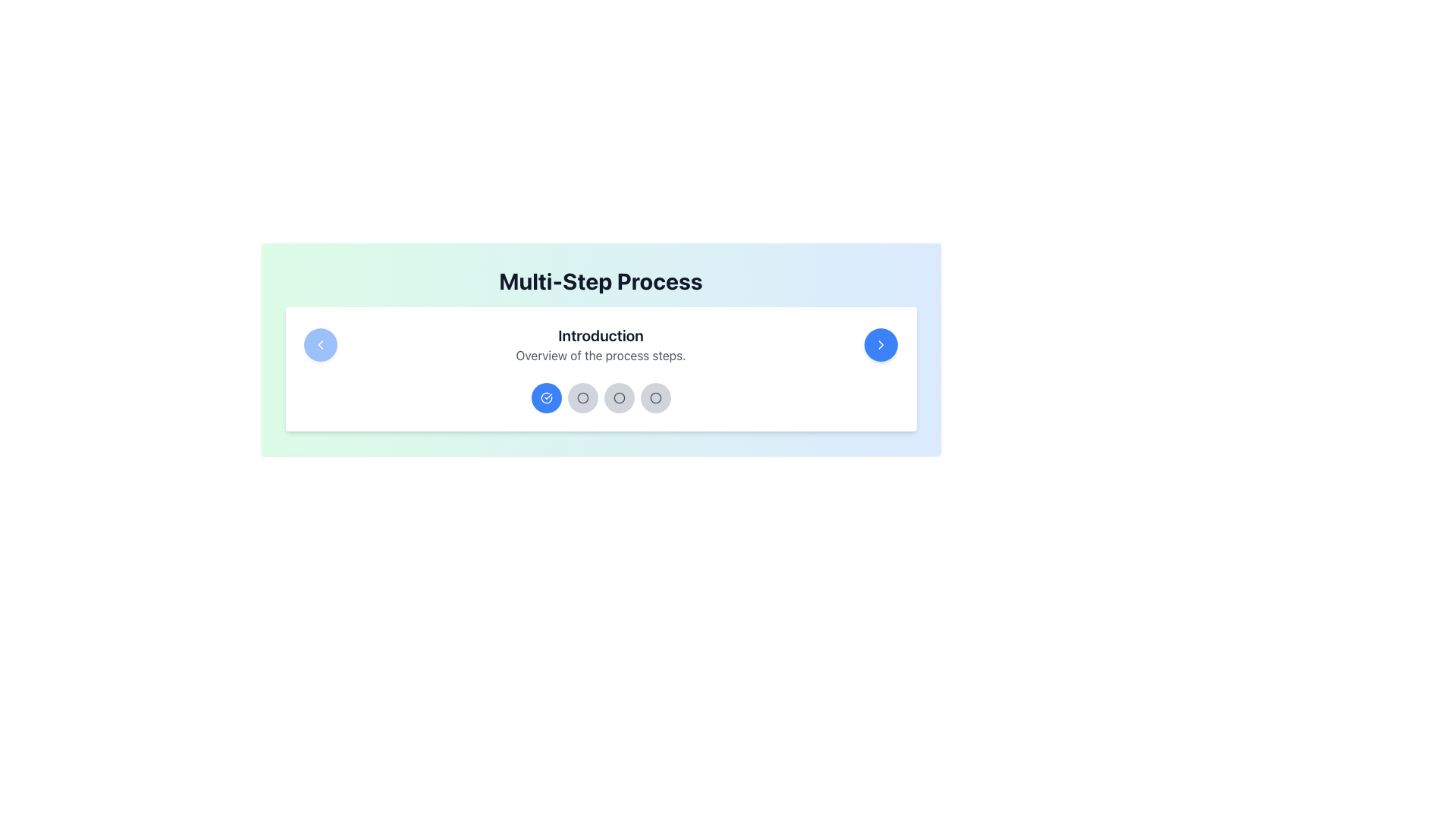 This screenshot has height=819, width=1456. I want to click on the Icon (Chevron Right) which indicates forward navigation functionality within the forward navigation button located on the right-hand side of a card component, so click(881, 345).